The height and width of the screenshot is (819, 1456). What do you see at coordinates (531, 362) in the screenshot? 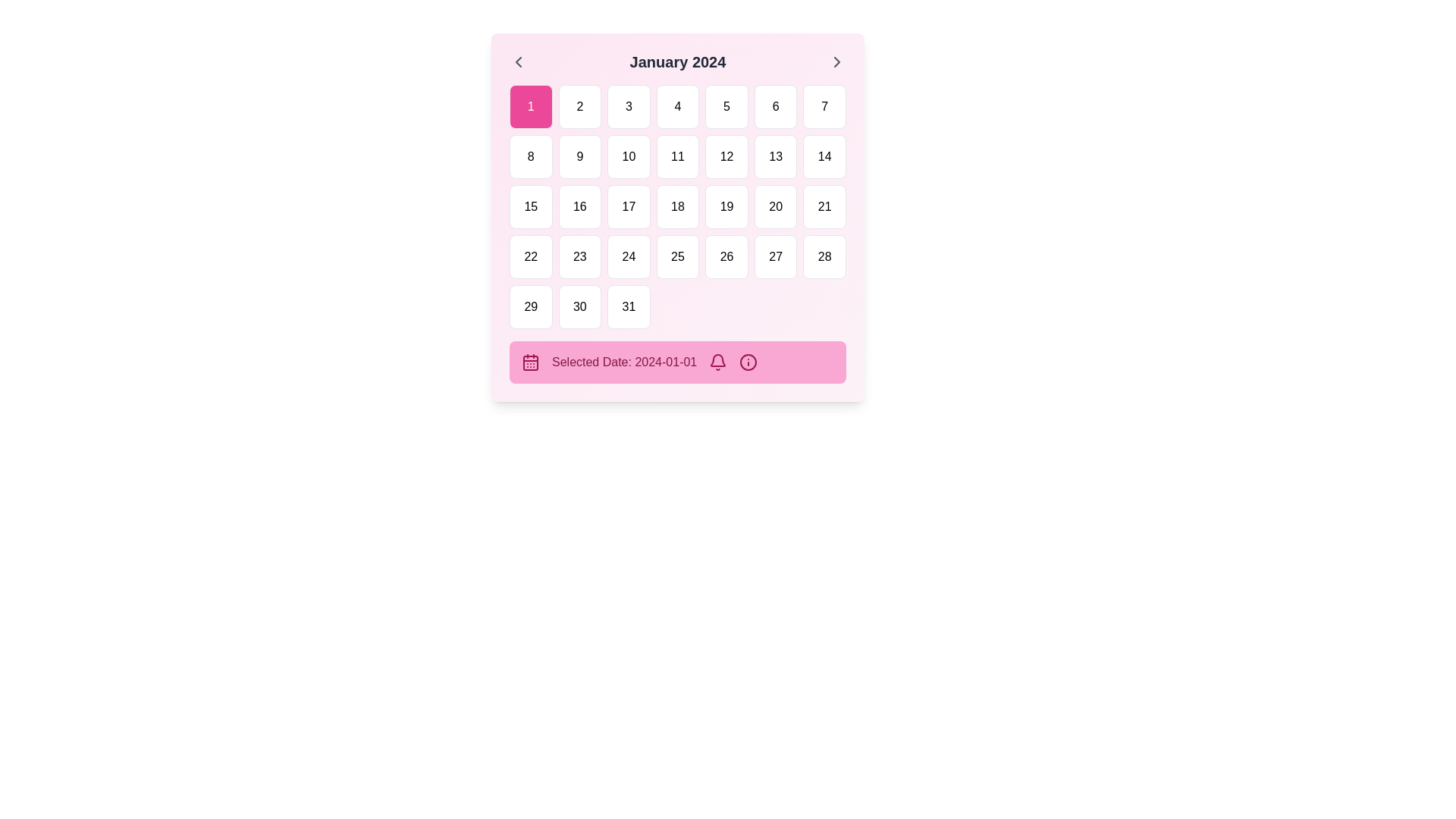
I see `the pink-themed calendar icon with a rectangular border and rounded corners located on the left end of the pink background bar in the calendar widget` at bounding box center [531, 362].